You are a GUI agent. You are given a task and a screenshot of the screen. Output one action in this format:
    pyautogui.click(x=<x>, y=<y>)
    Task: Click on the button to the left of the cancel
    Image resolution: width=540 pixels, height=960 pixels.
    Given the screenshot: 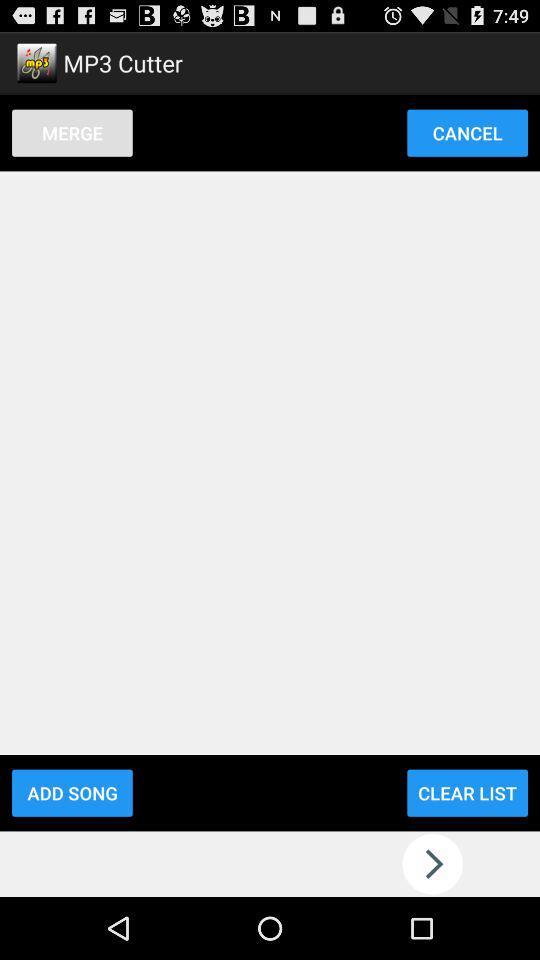 What is the action you would take?
    pyautogui.click(x=71, y=131)
    